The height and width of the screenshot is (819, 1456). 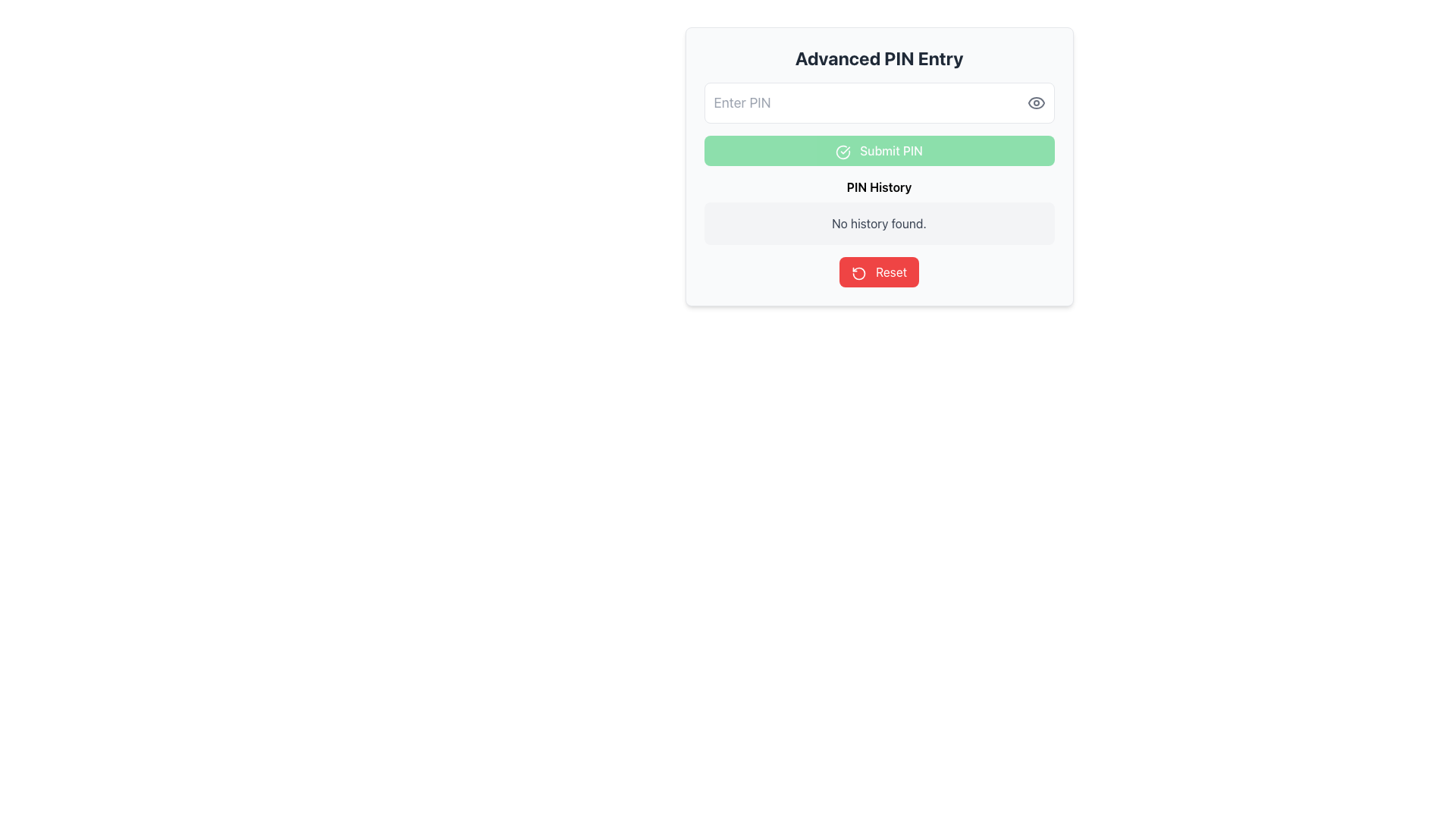 I want to click on the eye icon that represents the visibility toggle for the 'Enter PIN' input field, so click(x=1035, y=102).